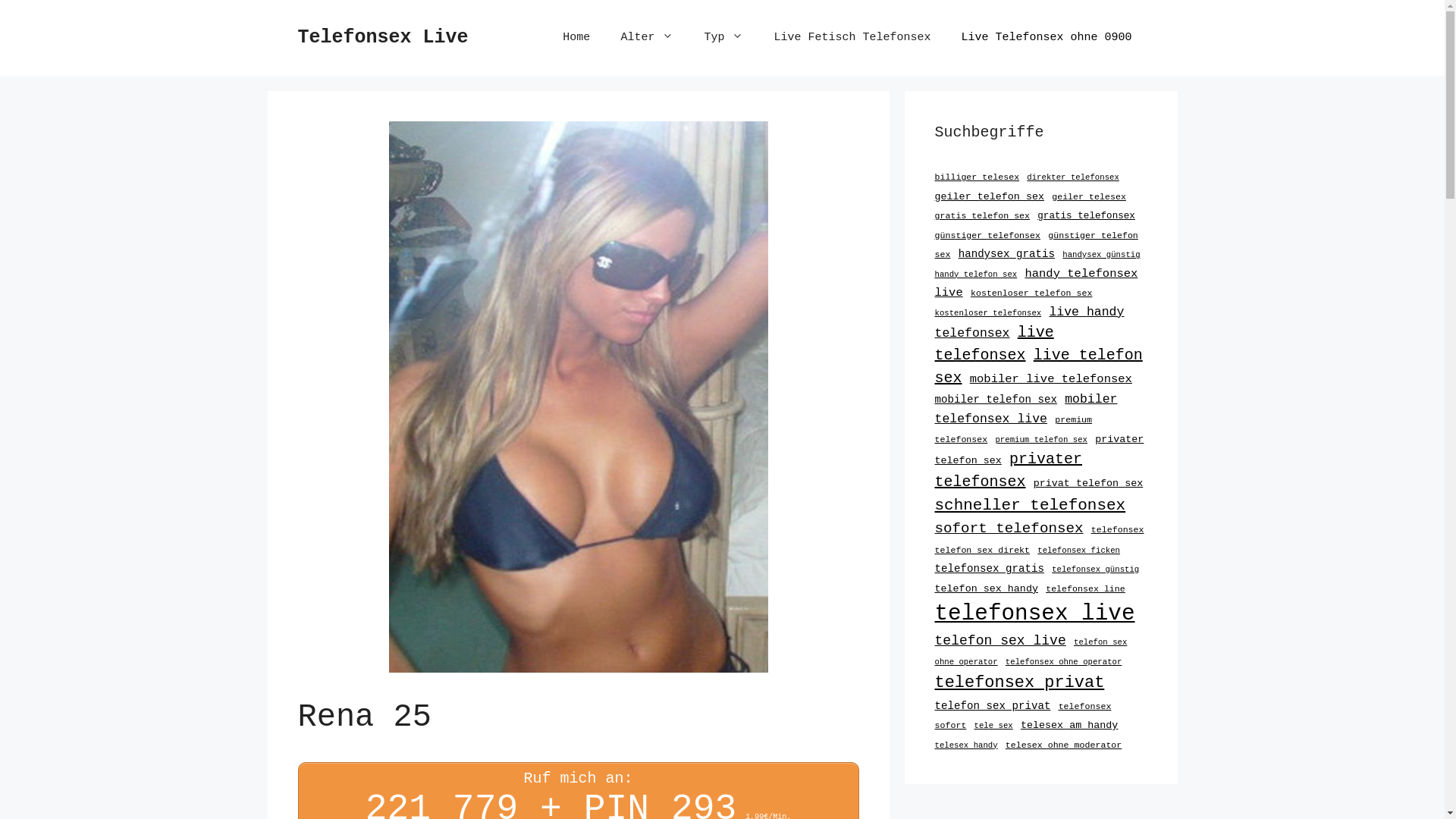 The width and height of the screenshot is (1456, 819). Describe the element at coordinates (852, 37) in the screenshot. I see `'Live Fetisch Telefonsex'` at that location.